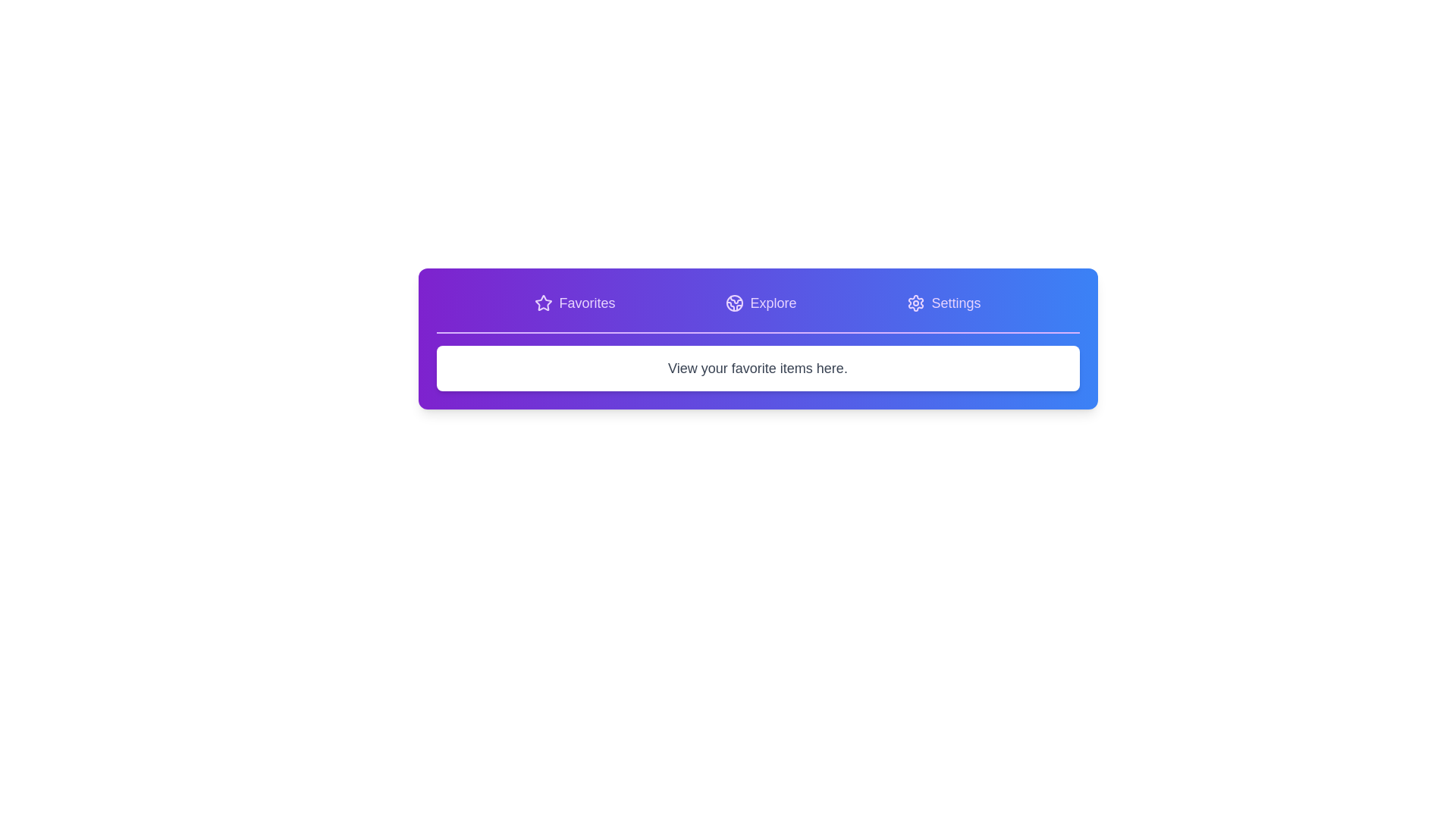  What do you see at coordinates (943, 303) in the screenshot?
I see `the Settings tab to view its content` at bounding box center [943, 303].